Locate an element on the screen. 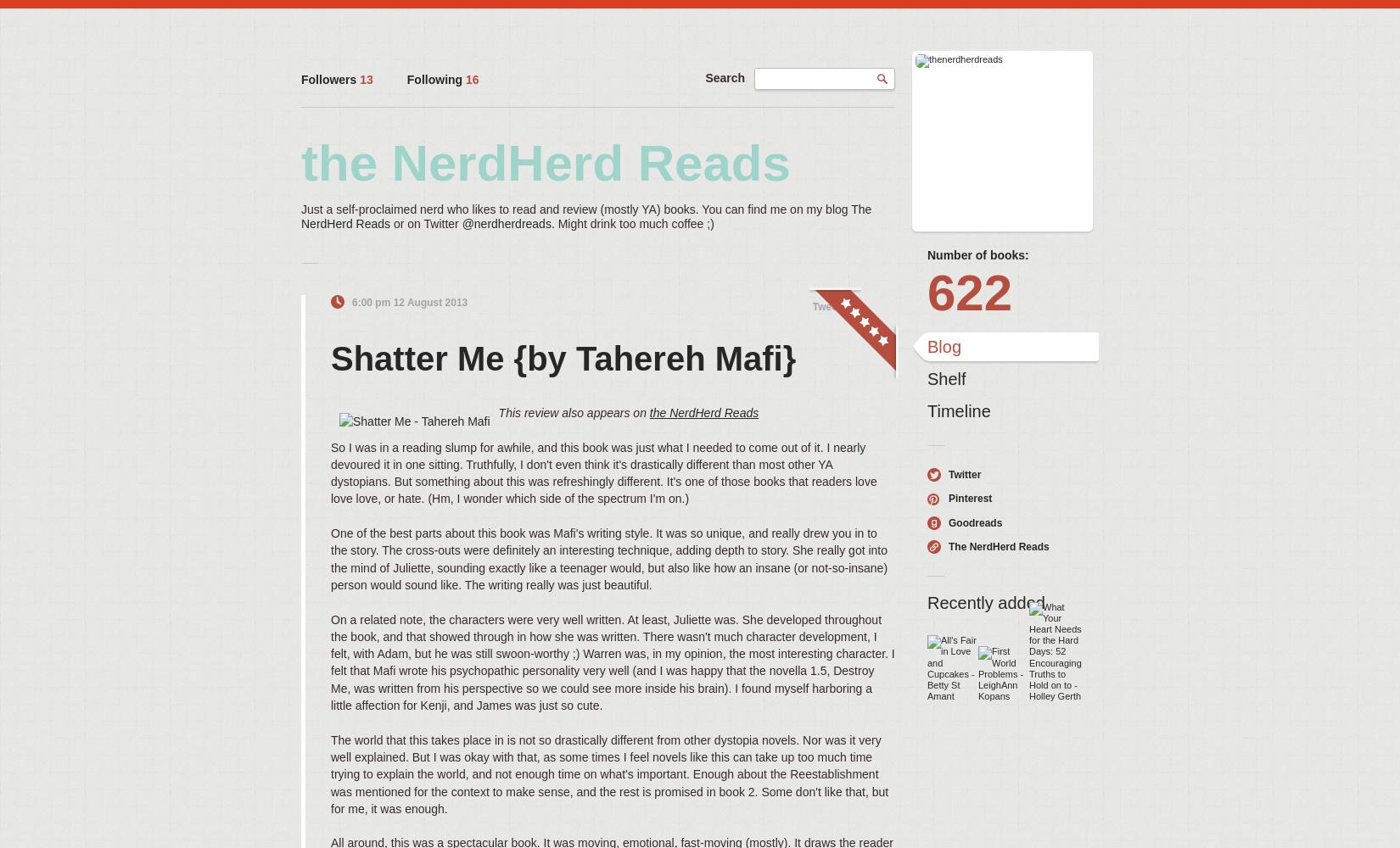 The width and height of the screenshot is (1400, 848). 'Goodreads' is located at coordinates (975, 522).